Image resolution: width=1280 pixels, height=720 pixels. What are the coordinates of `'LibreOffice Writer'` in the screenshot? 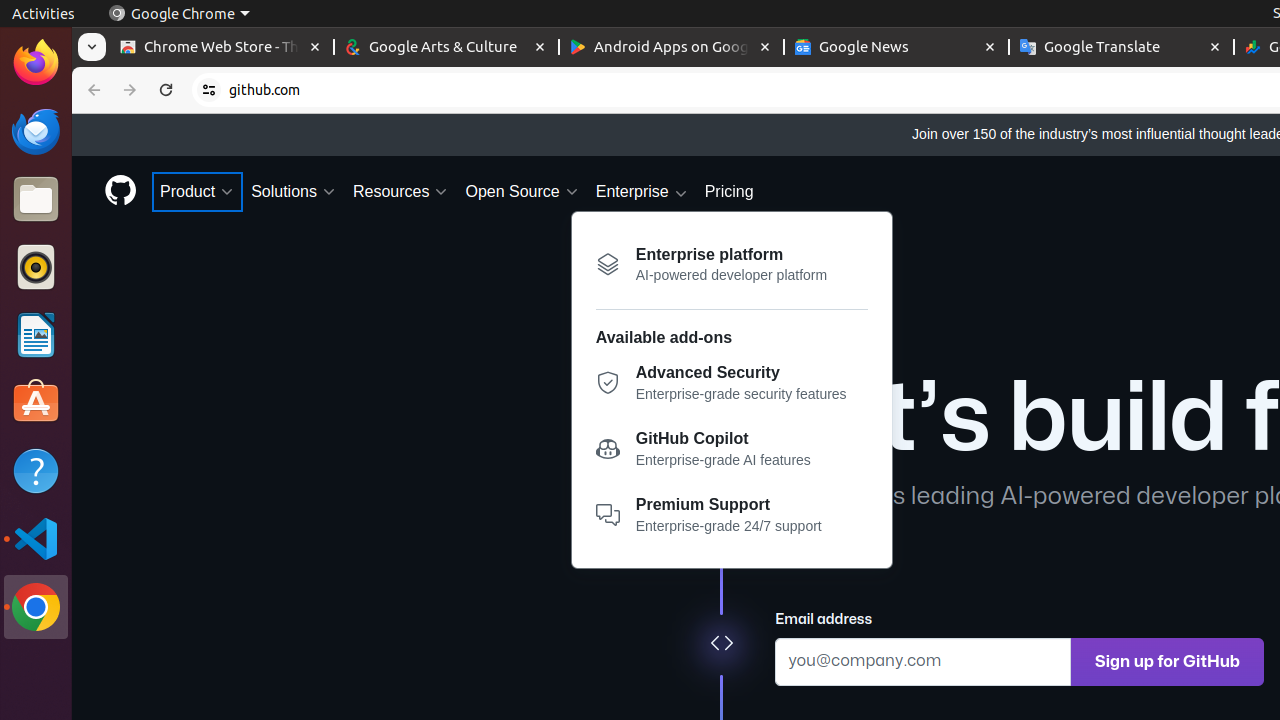 It's located at (35, 334).